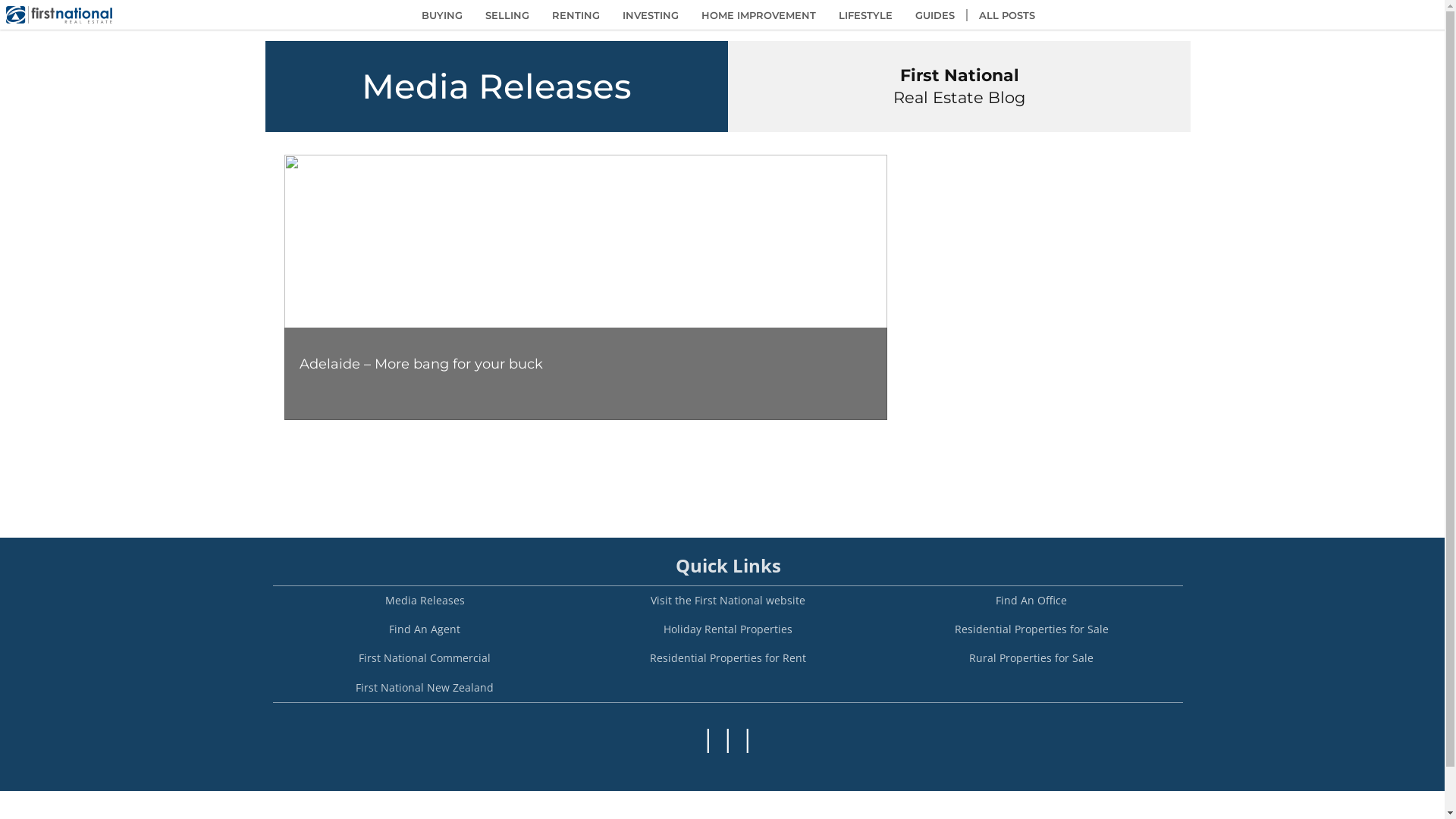 Image resolution: width=1456 pixels, height=819 pixels. What do you see at coordinates (440, 14) in the screenshot?
I see `'BUYING'` at bounding box center [440, 14].